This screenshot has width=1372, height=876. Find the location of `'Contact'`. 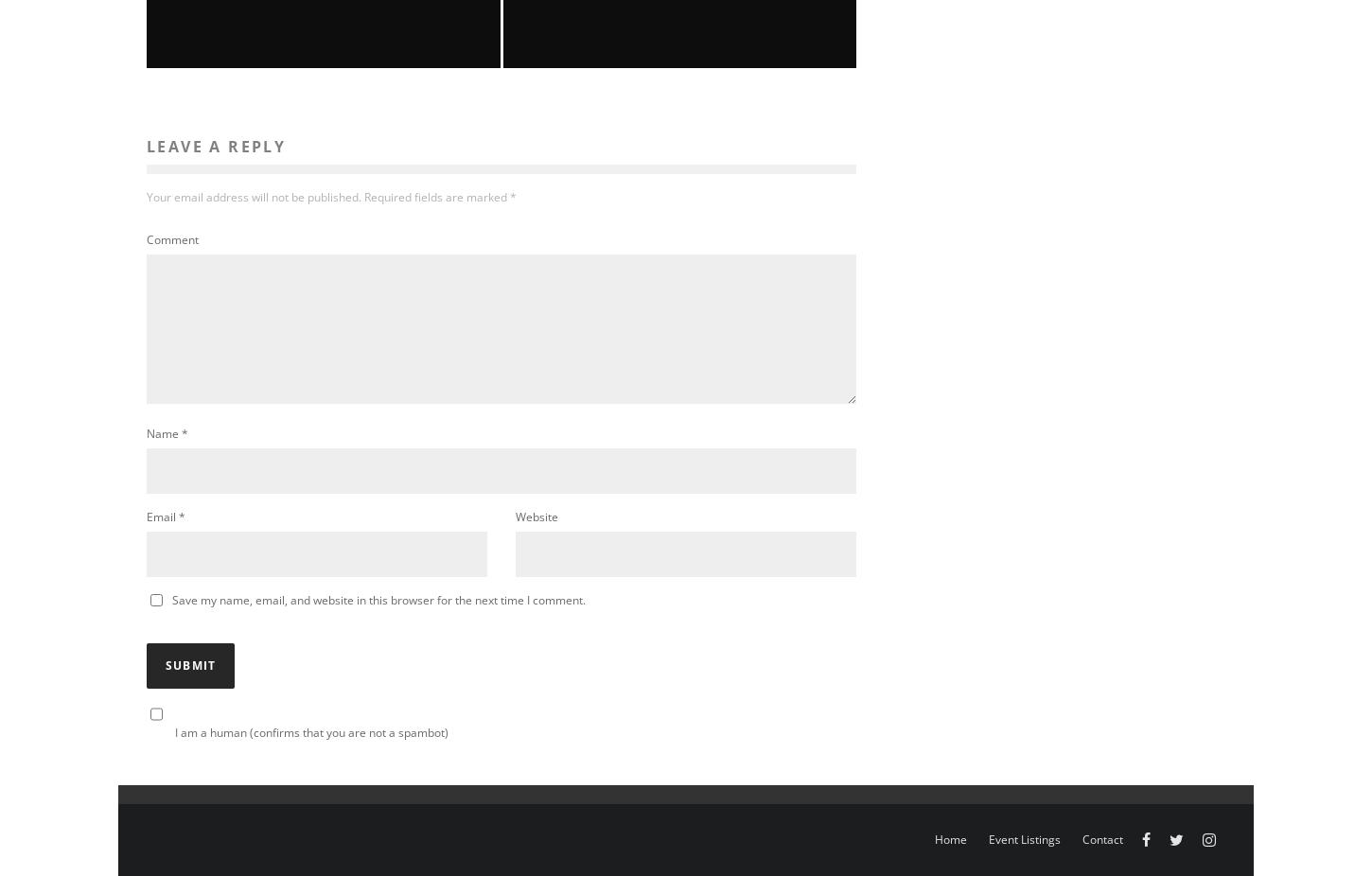

'Contact' is located at coordinates (1101, 839).